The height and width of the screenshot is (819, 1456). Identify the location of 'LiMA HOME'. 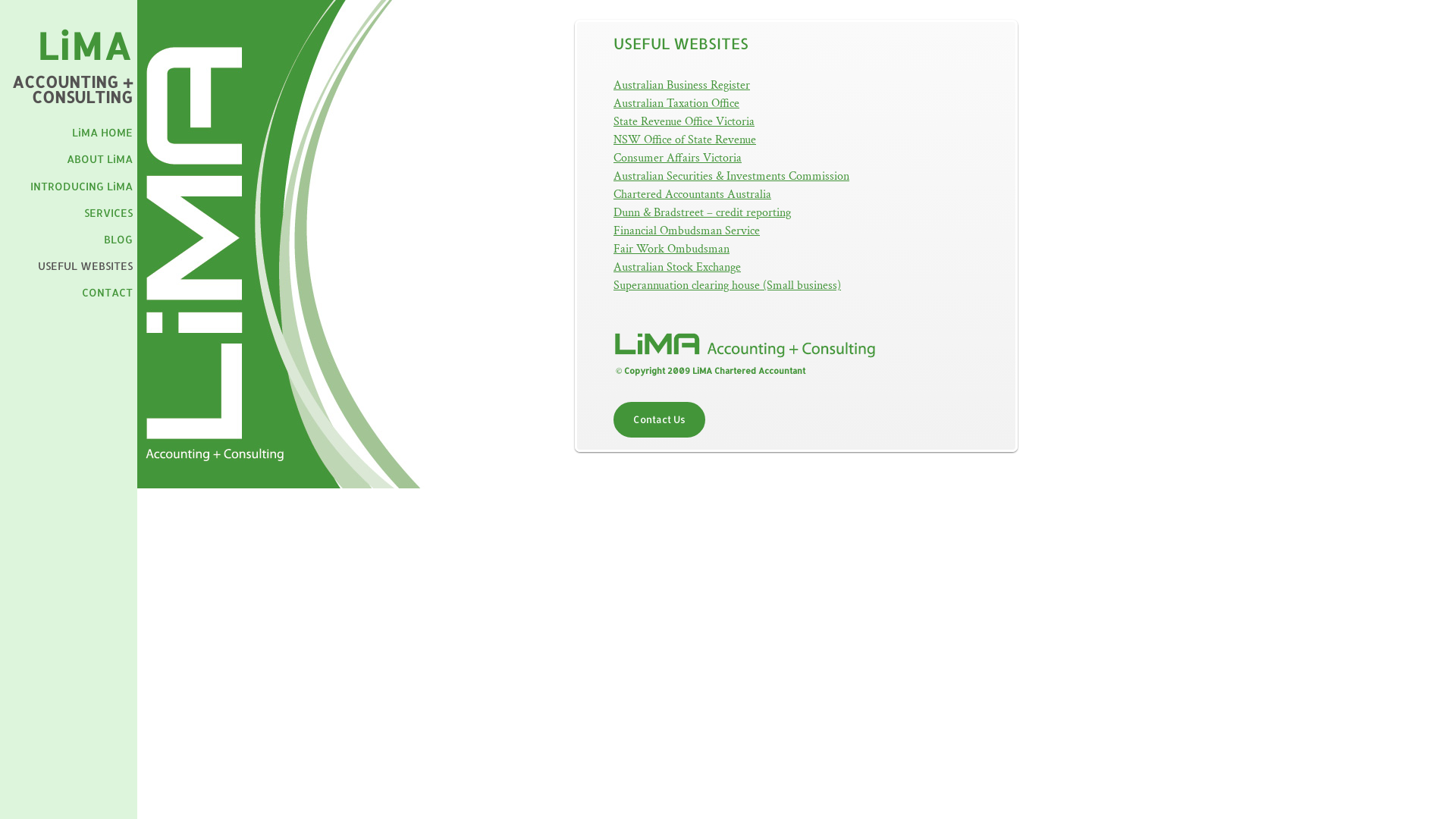
(101, 131).